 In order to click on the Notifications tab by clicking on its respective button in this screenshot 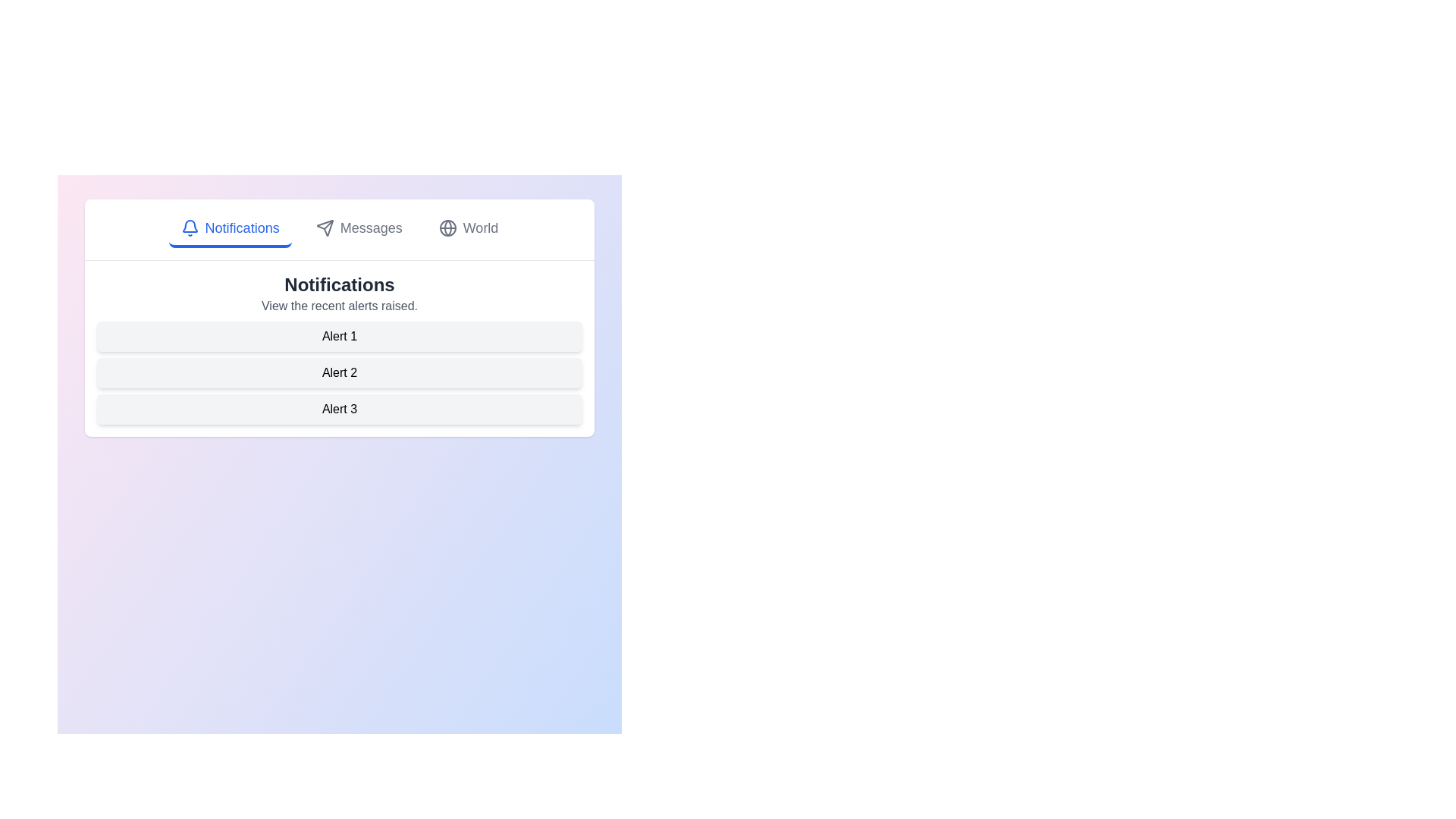, I will do `click(229, 230)`.